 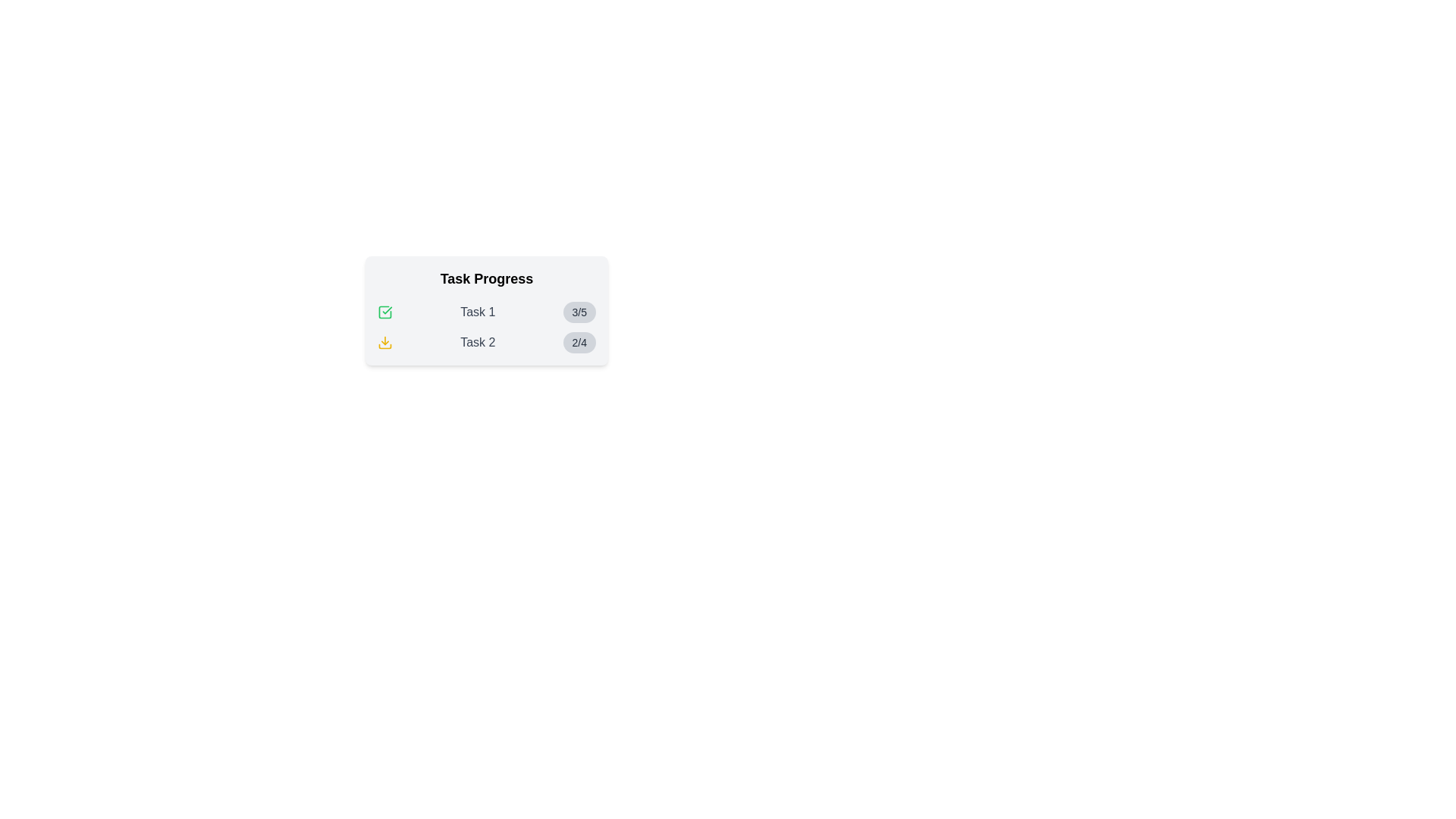 What do you see at coordinates (487, 342) in the screenshot?
I see `the second row item in the vertical list representing a task, which includes the task name and current progress` at bounding box center [487, 342].